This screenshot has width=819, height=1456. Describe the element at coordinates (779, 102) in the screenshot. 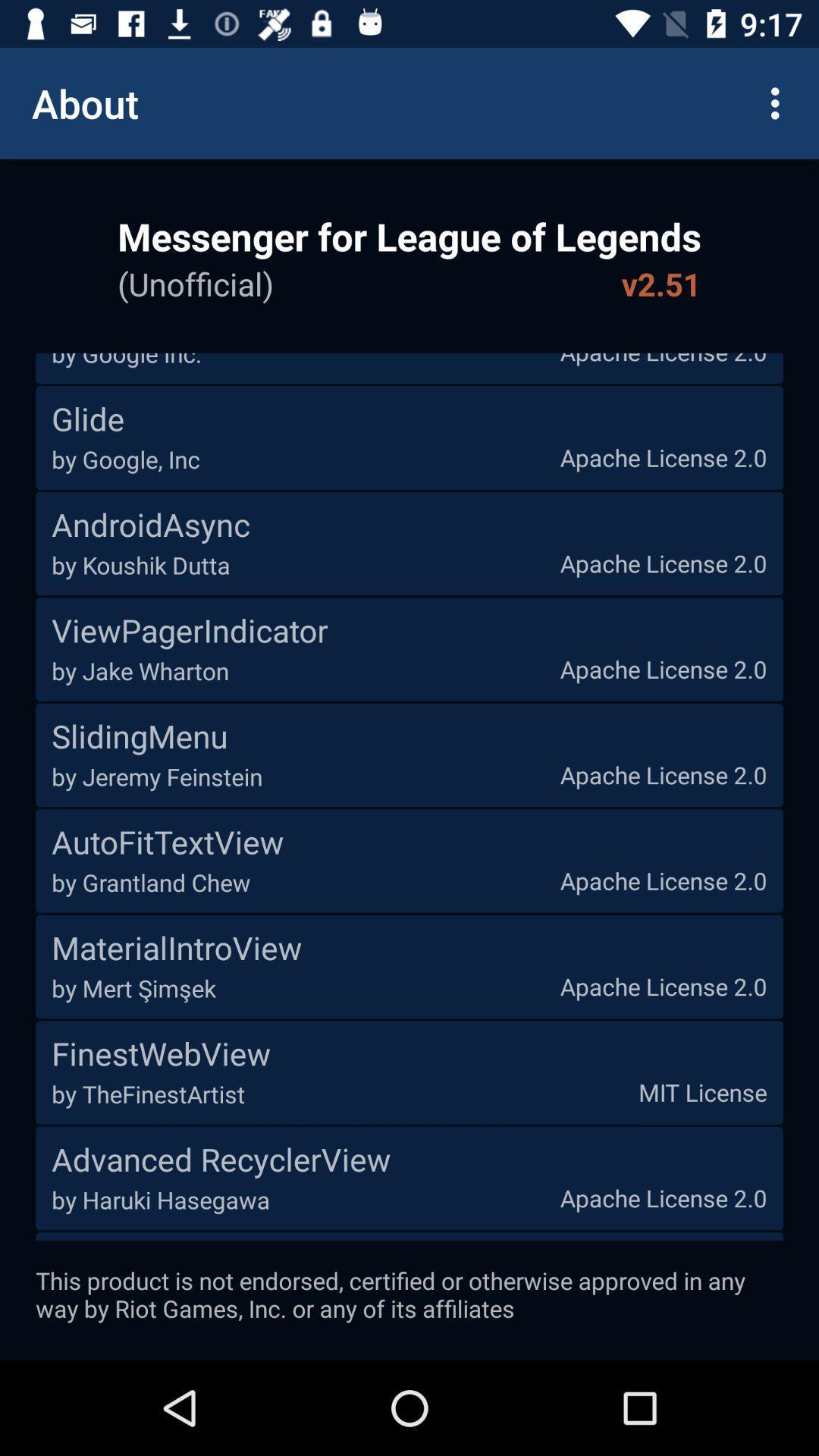

I see `the icon to the right of about` at that location.